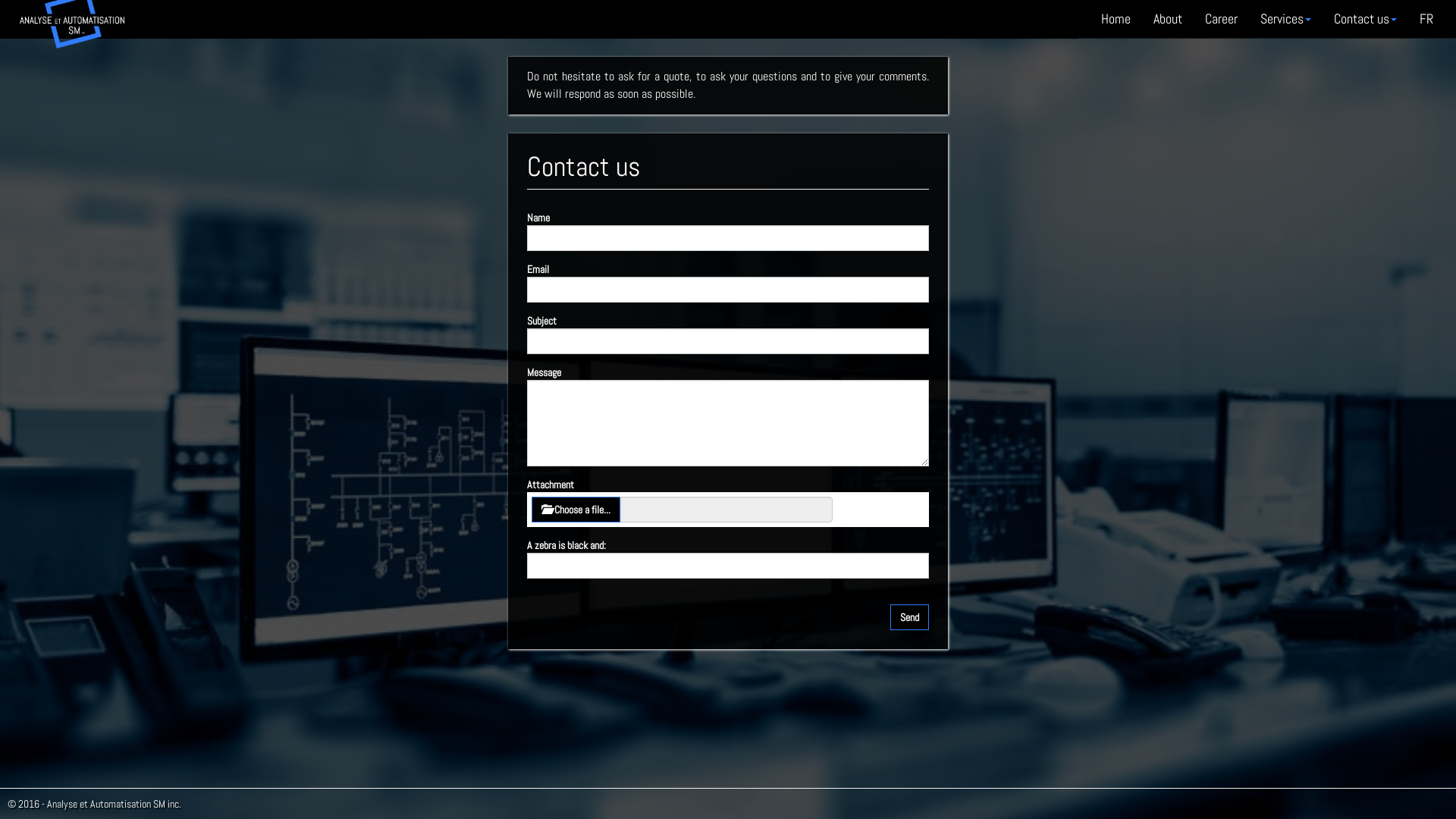 Image resolution: width=1456 pixels, height=819 pixels. What do you see at coordinates (1365, 18) in the screenshot?
I see `'Contact us'` at bounding box center [1365, 18].